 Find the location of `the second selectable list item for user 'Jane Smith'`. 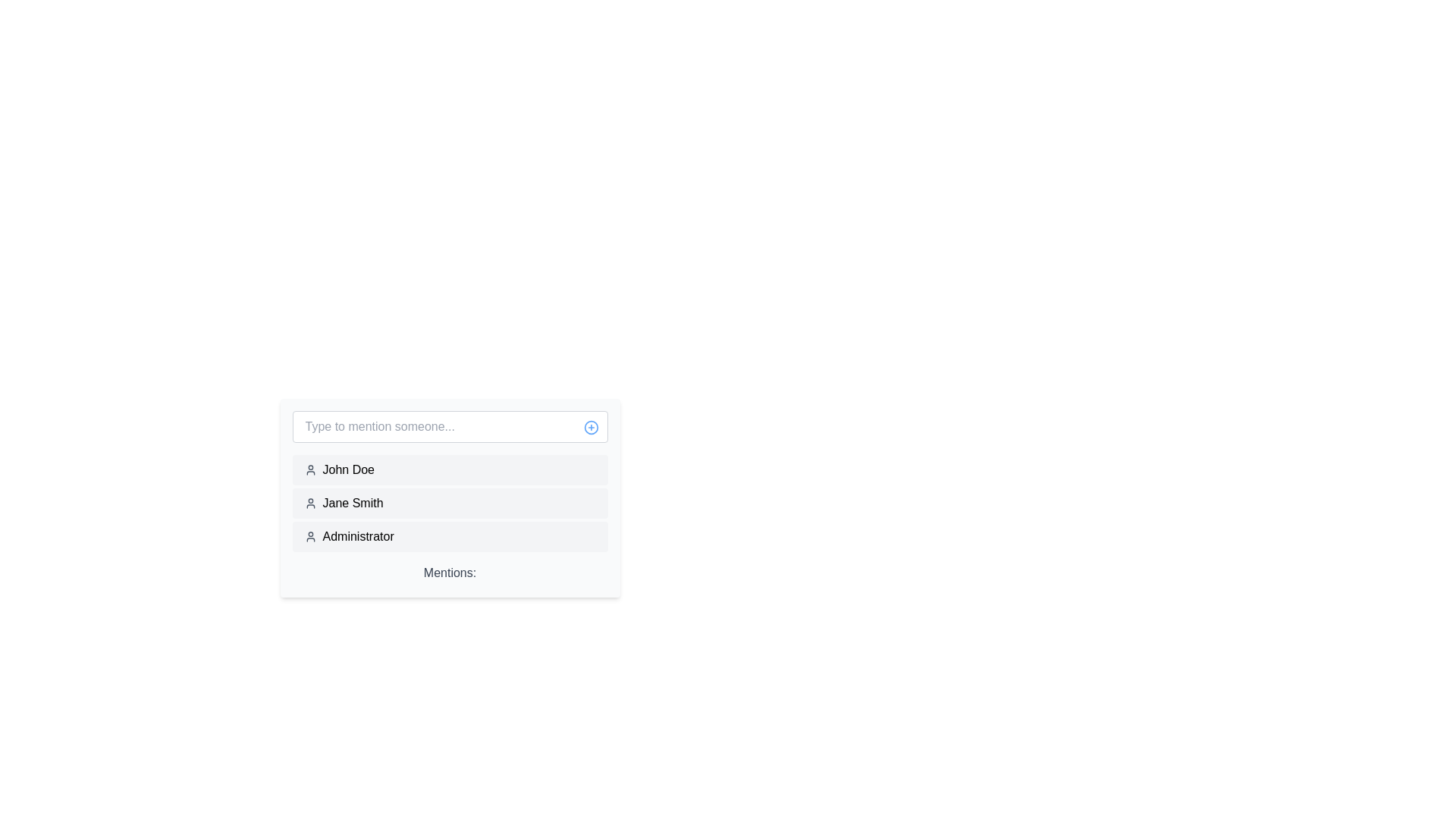

the second selectable list item for user 'Jane Smith' is located at coordinates (449, 503).